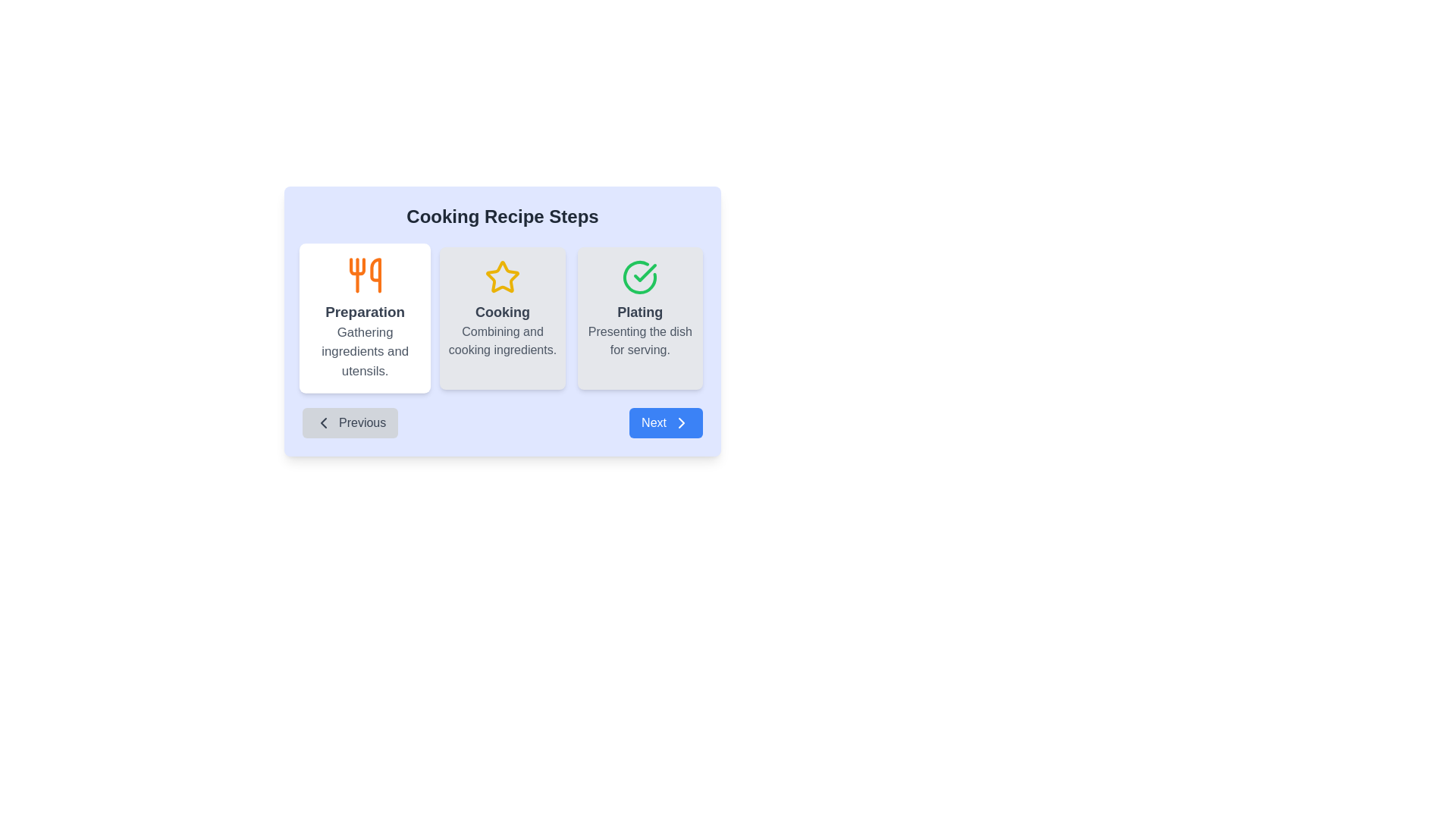 This screenshot has width=1456, height=819. What do you see at coordinates (680, 423) in the screenshot?
I see `the chevron icon located to the right of the text 'Next' inside the 'Next' button at the bottom-right corner of the 'Cooking Recipe Steps' interface to proceed to the next step` at bounding box center [680, 423].